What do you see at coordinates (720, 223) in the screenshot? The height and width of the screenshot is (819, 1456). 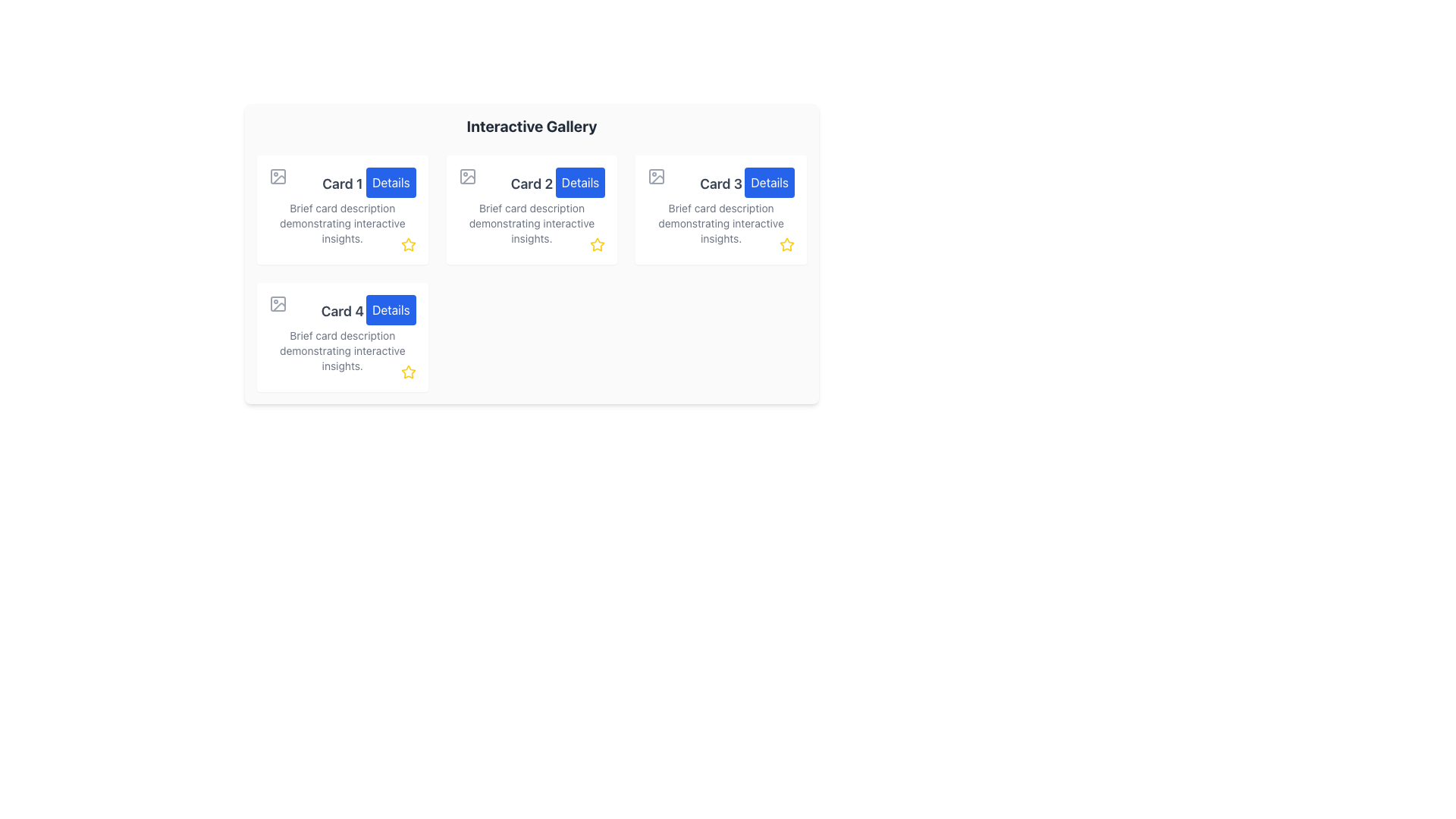 I see `the text label displaying a brief description related to 'Card 3' located below the 'Card 3' title within the 'Interactive Gallery.'` at bounding box center [720, 223].